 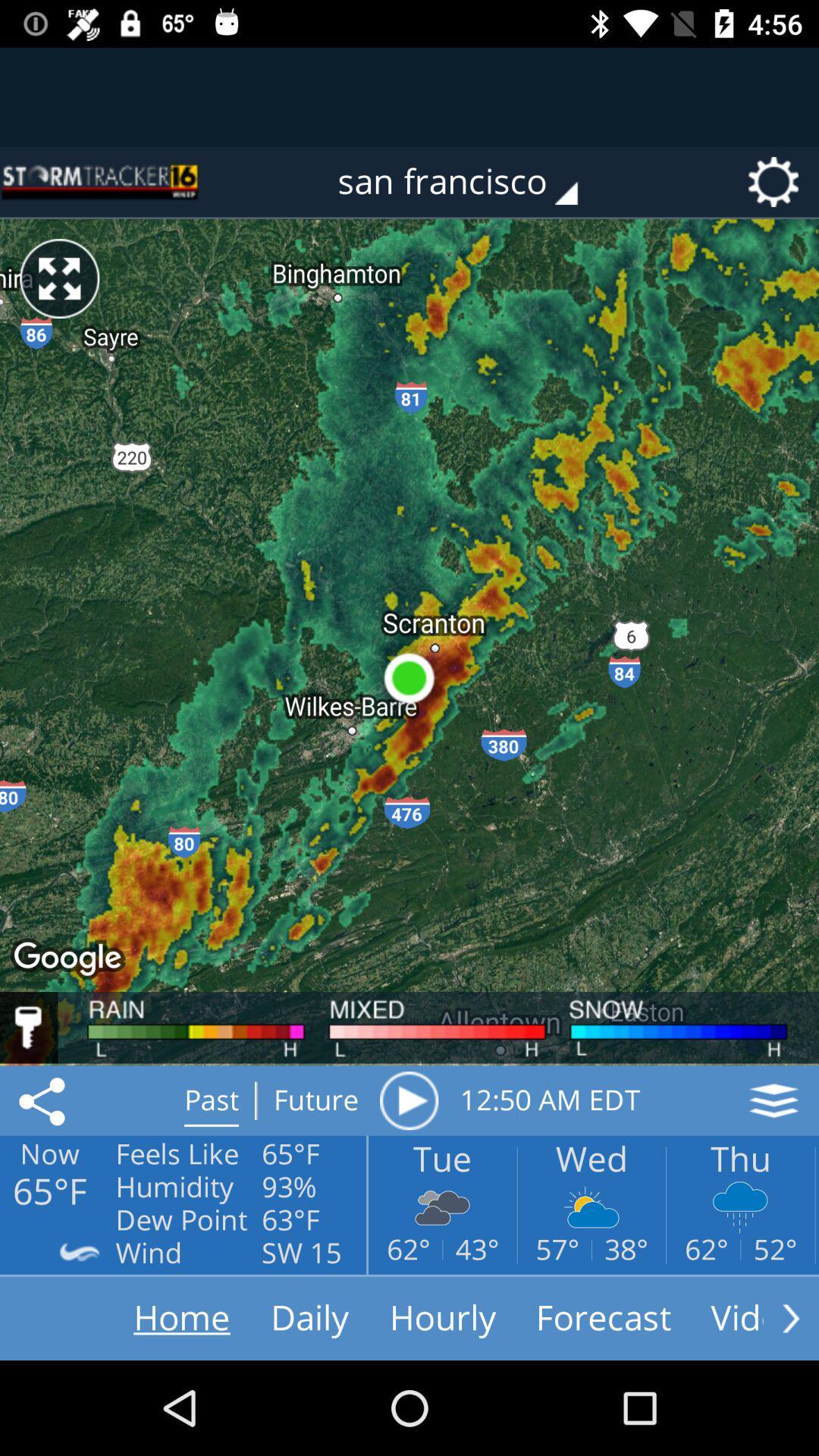 I want to click on move forward, so click(x=790, y=1317).